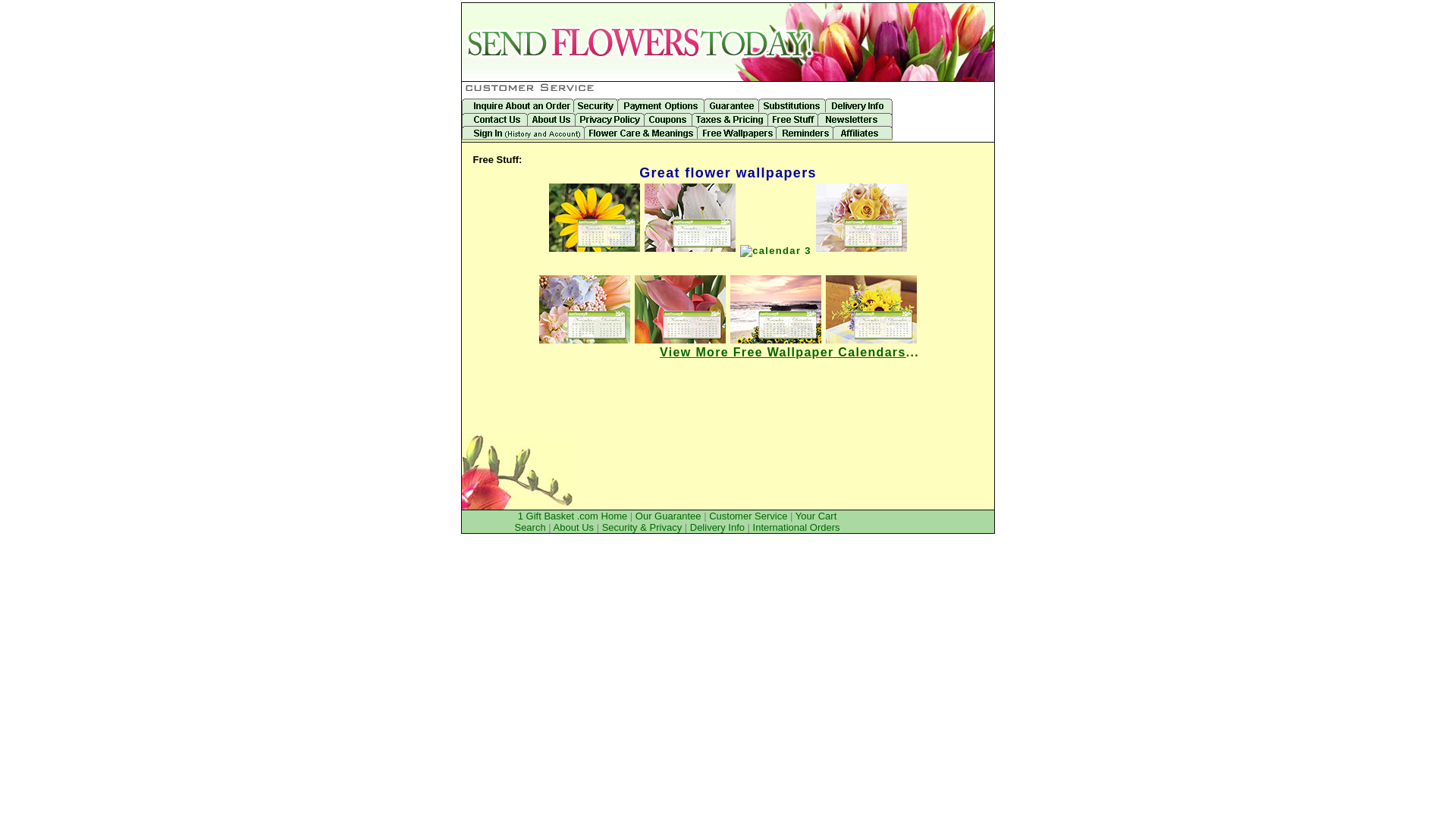 The image size is (1456, 819). Describe the element at coordinates (529, 526) in the screenshot. I see `'Search'` at that location.